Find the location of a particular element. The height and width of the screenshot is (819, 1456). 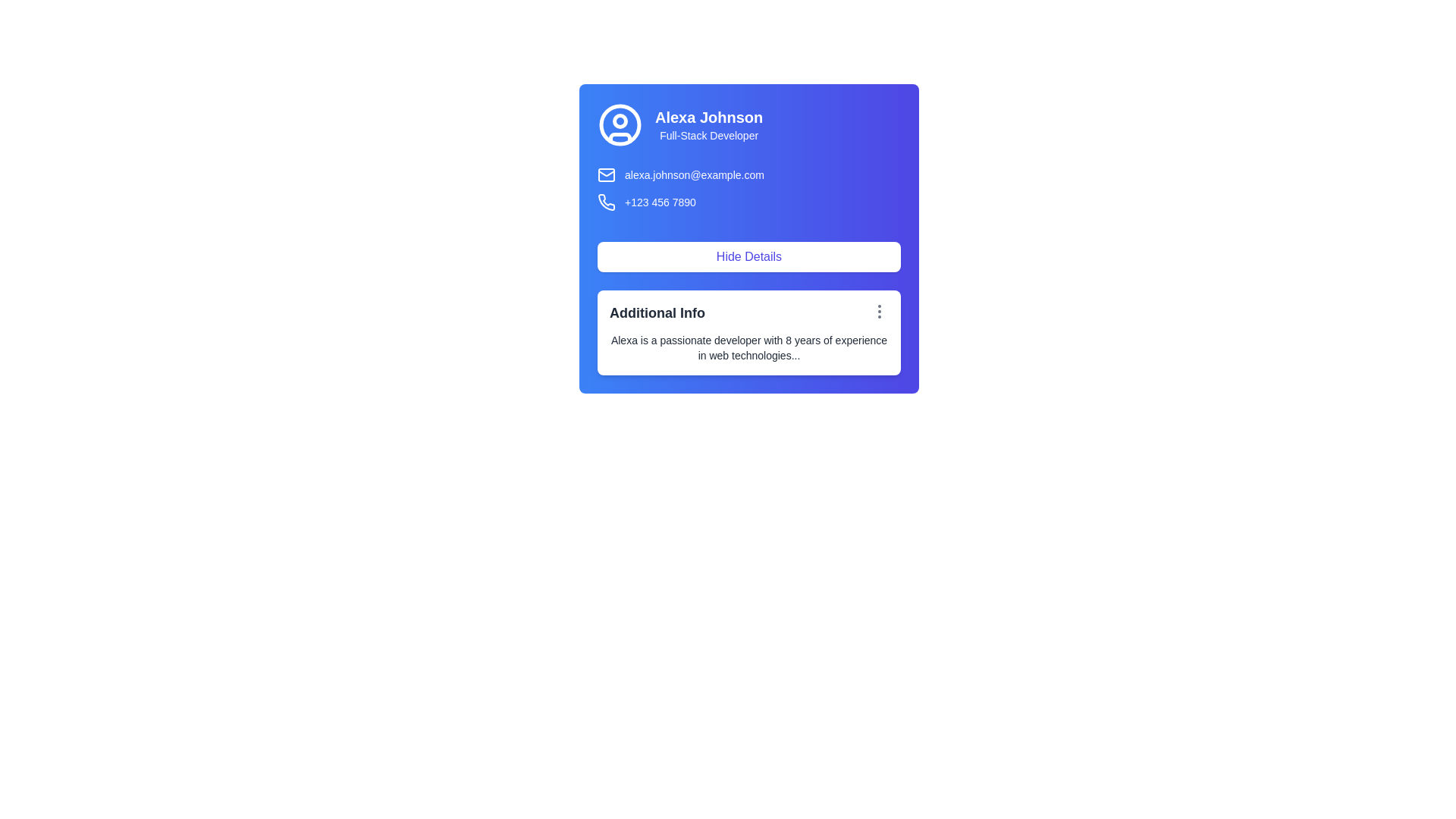

the static text label displaying the email address 'alexa.johnson@example.com', which is styled with white text on a blue background, located is located at coordinates (694, 174).